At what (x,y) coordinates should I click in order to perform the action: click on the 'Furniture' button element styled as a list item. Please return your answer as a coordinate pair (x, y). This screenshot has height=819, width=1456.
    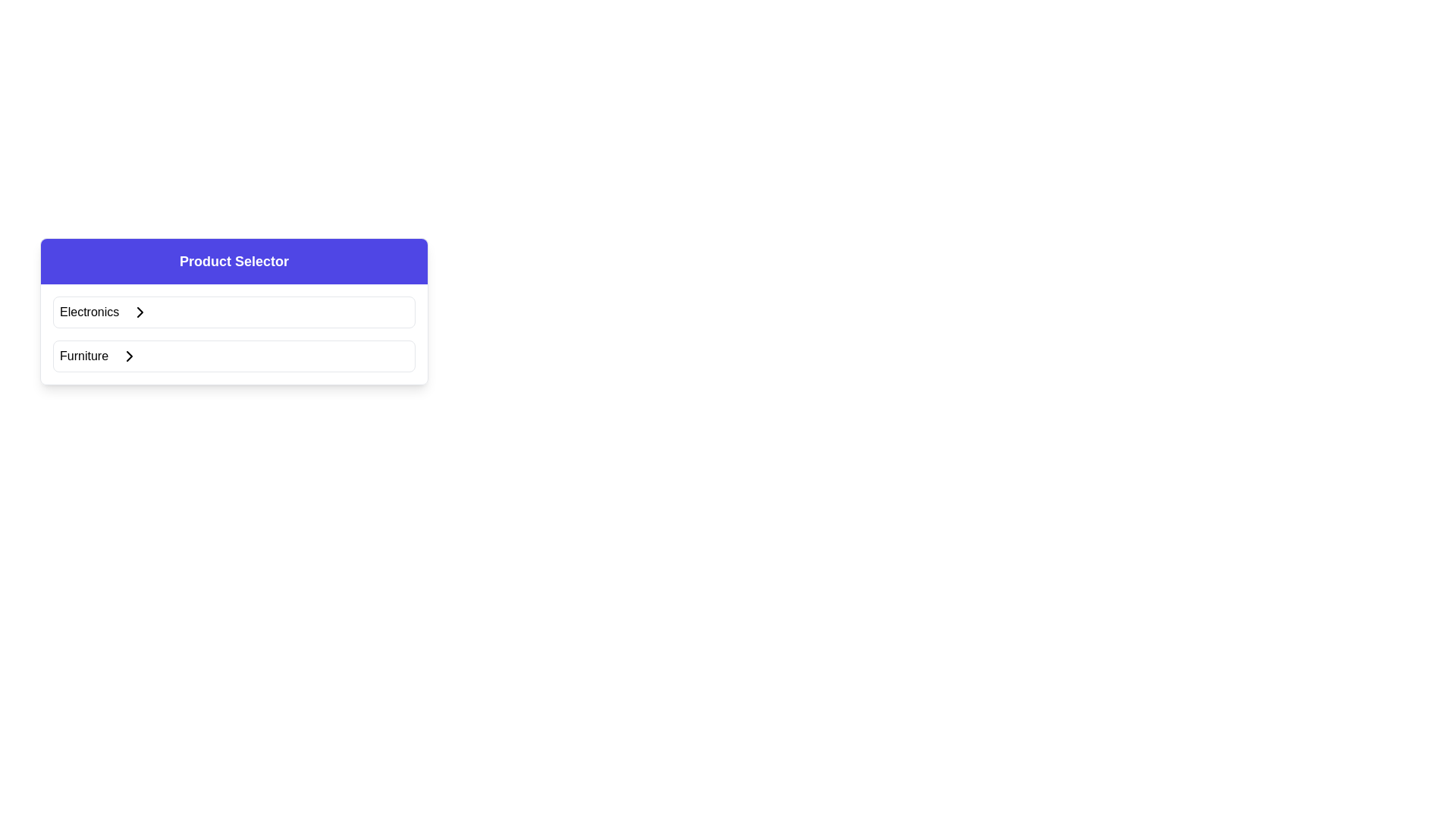
    Looking at the image, I should click on (233, 356).